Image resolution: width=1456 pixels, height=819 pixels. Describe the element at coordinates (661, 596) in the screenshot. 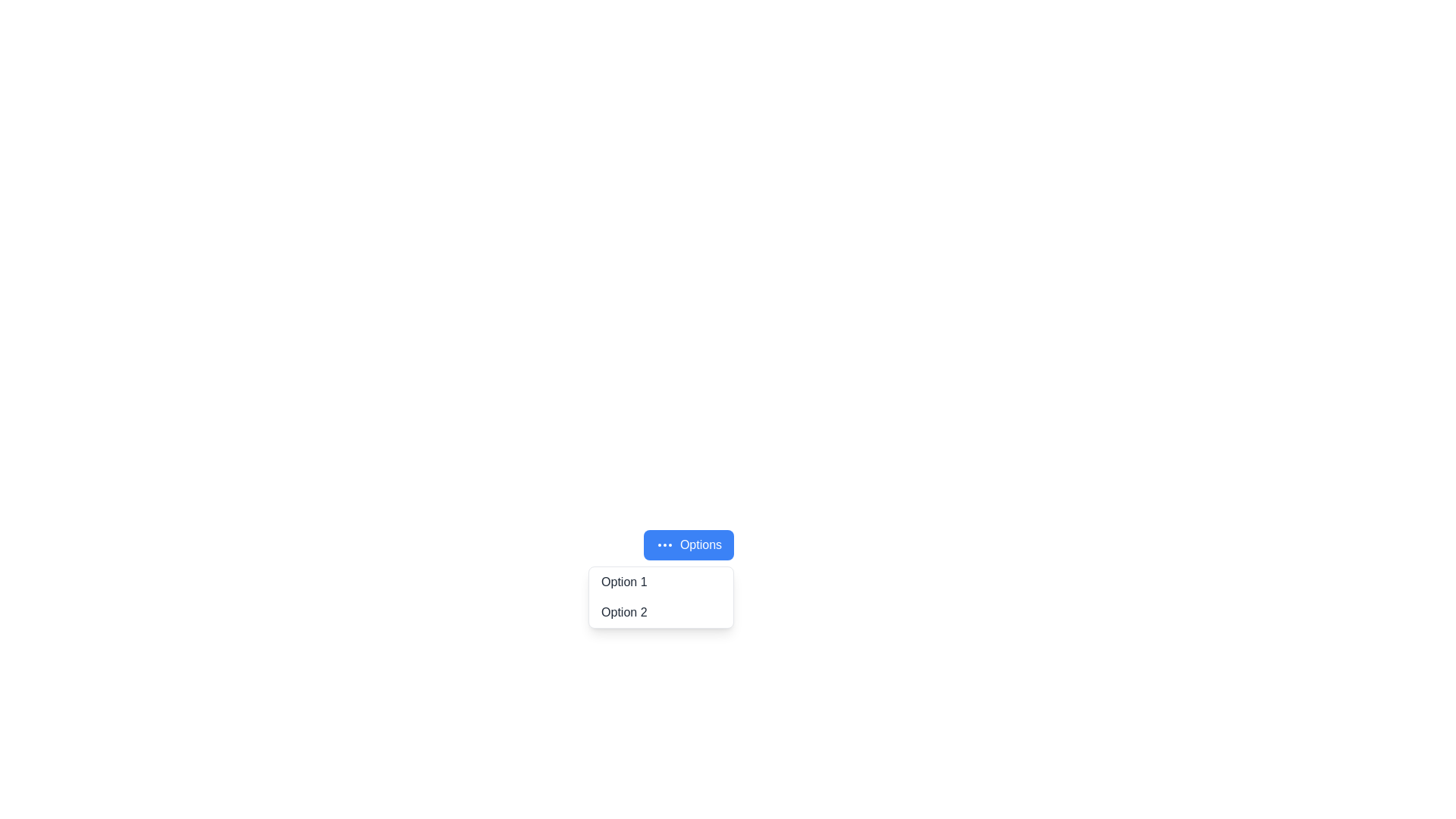

I see `the dropdown menu options that appear after clicking the 'Options' button, located just below it` at that location.